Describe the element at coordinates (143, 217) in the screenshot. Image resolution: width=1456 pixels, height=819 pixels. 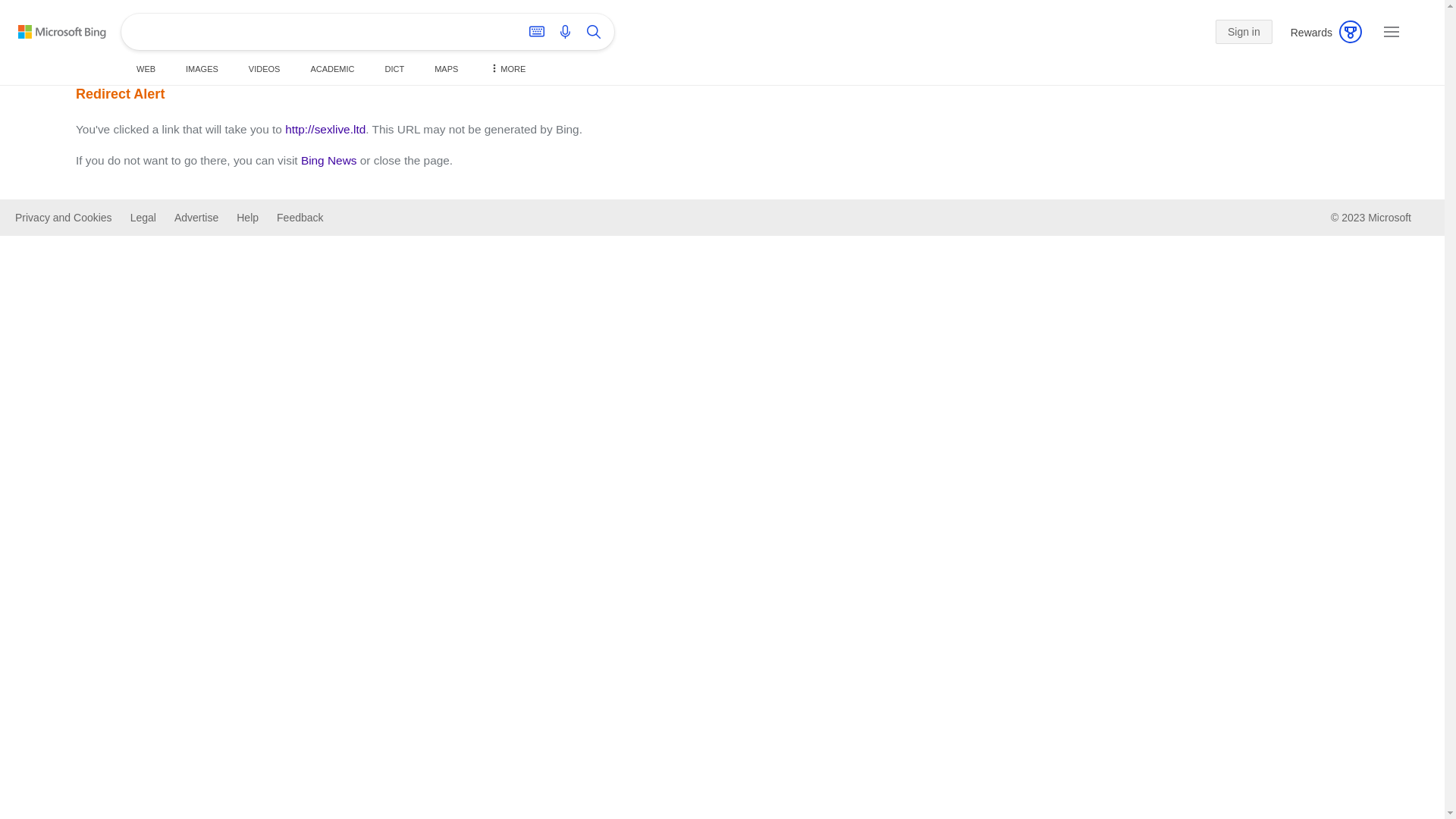
I see `'Legal'` at that location.